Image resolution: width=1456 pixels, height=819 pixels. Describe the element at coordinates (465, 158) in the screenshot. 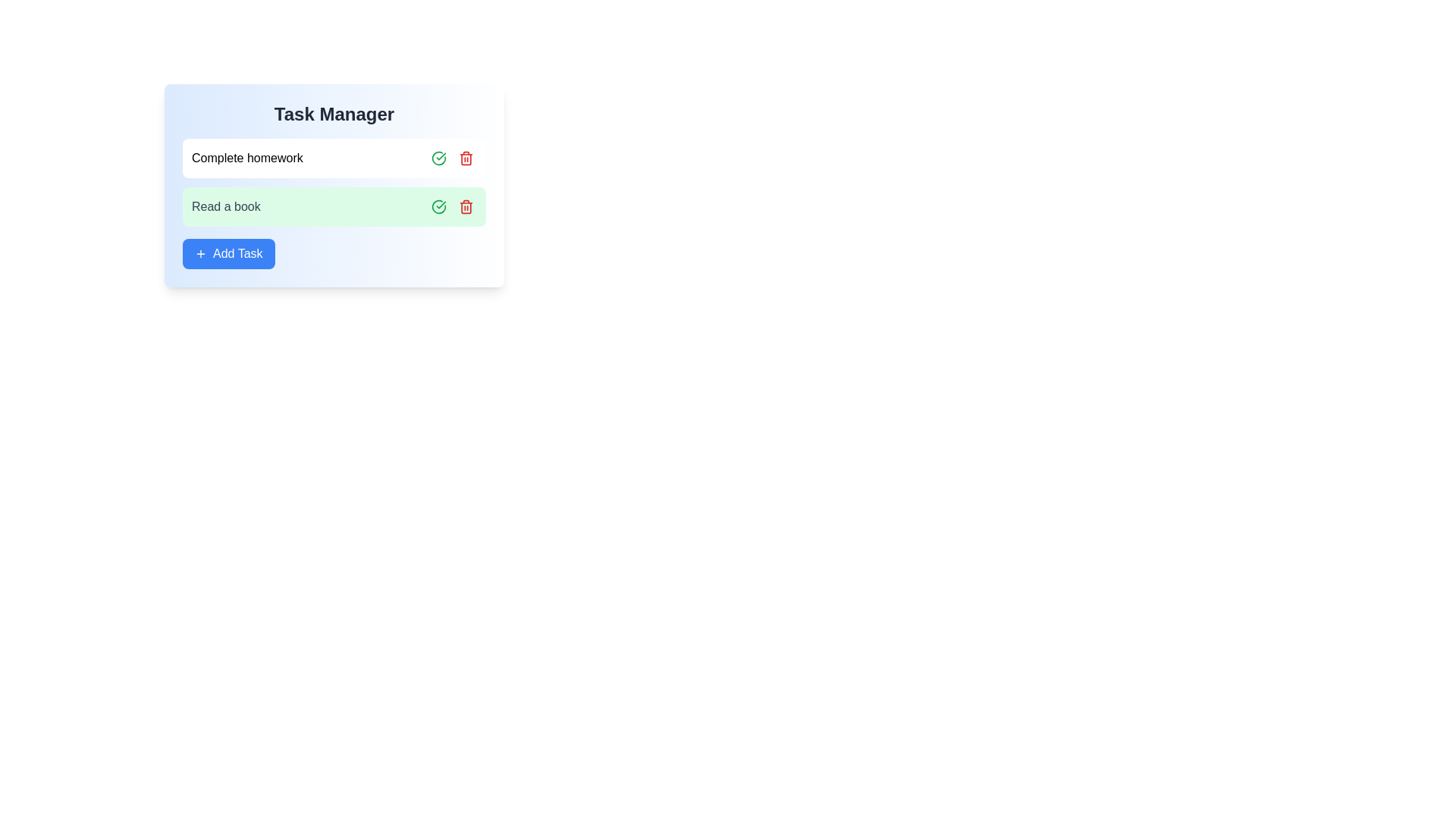

I see `the red trash can icon to remove the task Complete homework` at that location.